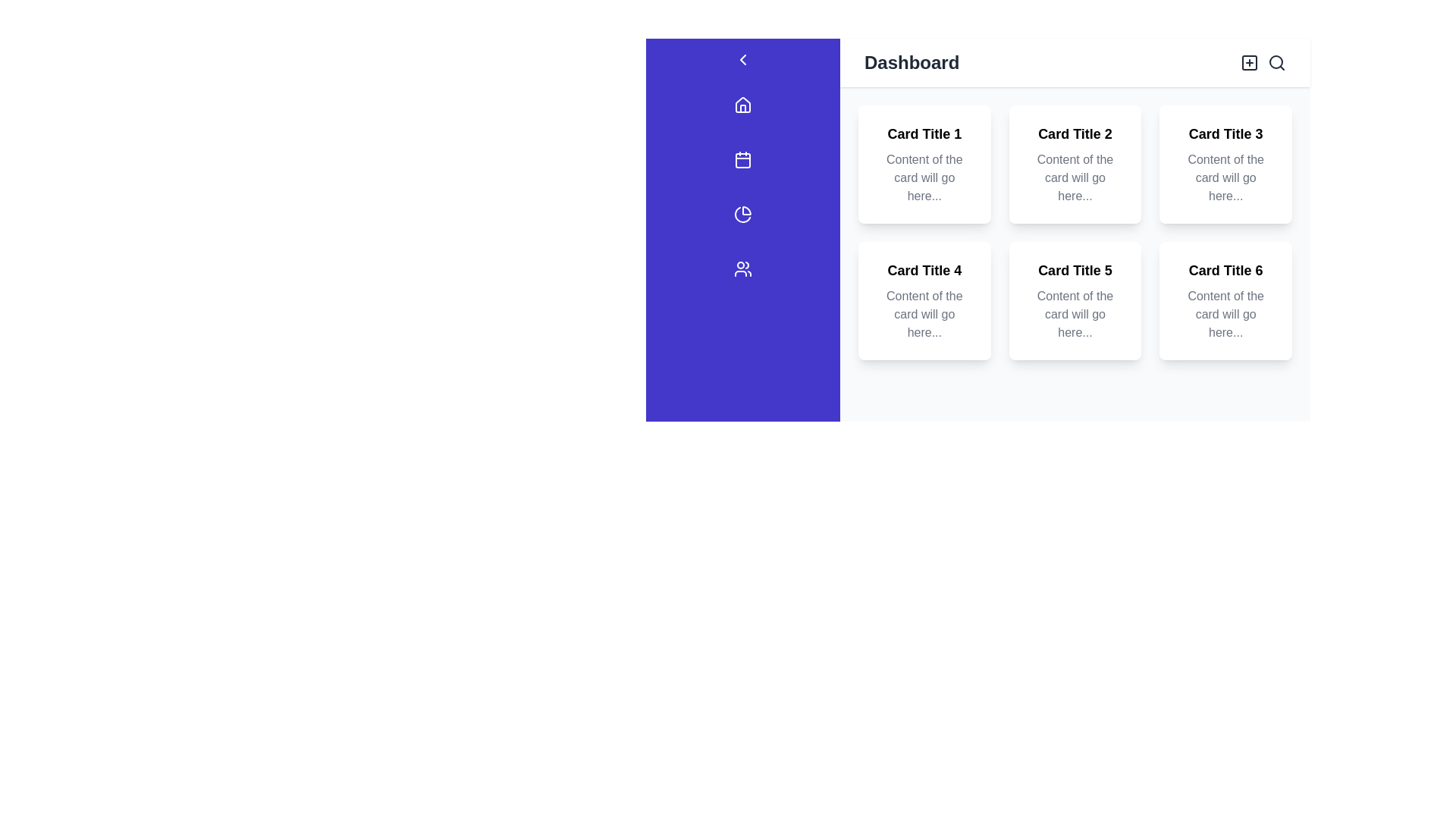  What do you see at coordinates (1225, 164) in the screenshot?
I see `the third card titled 'Card Title 3' in the Dashboard section to focus or select this element` at bounding box center [1225, 164].